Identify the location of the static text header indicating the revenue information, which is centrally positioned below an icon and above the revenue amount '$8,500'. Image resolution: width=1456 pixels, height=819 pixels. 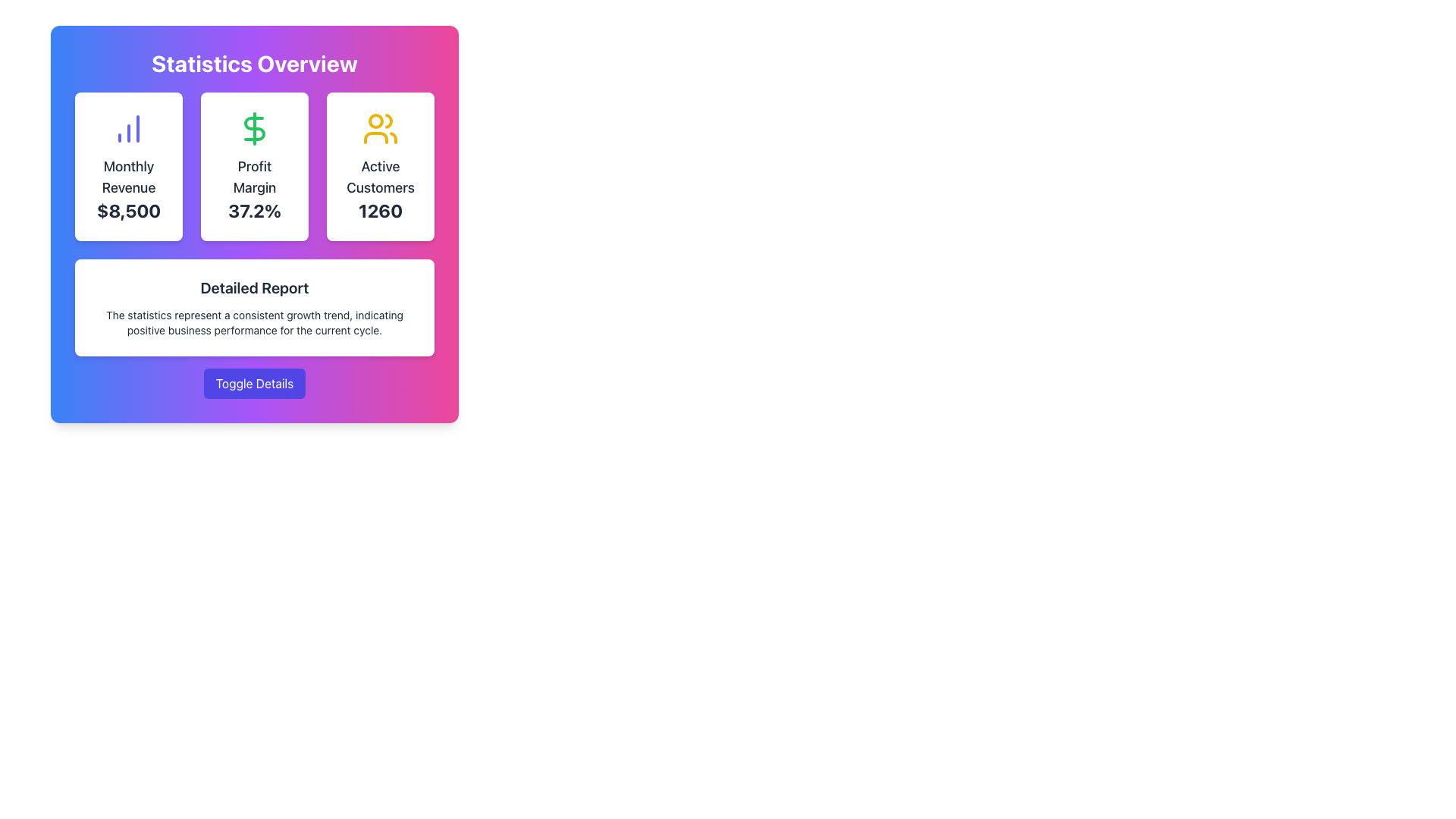
(128, 177).